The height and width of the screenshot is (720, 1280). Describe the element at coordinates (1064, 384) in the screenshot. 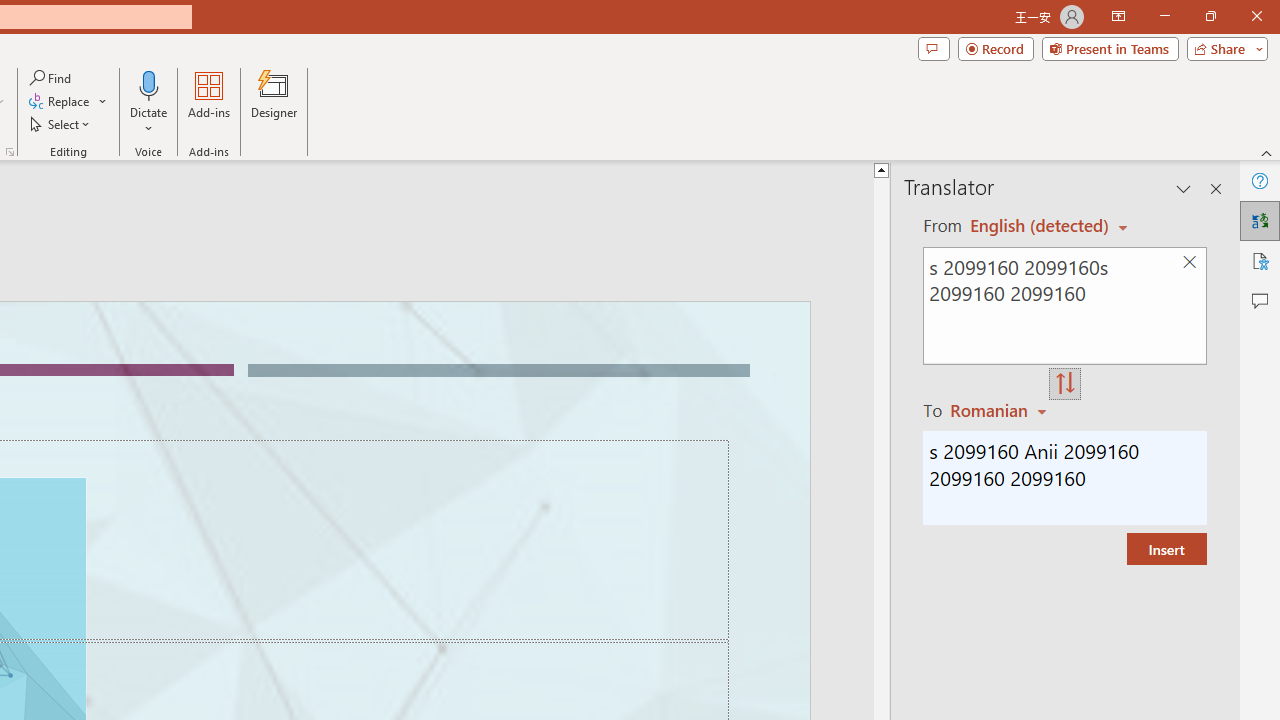

I see `'Swap "from" and "to" languages.'` at that location.